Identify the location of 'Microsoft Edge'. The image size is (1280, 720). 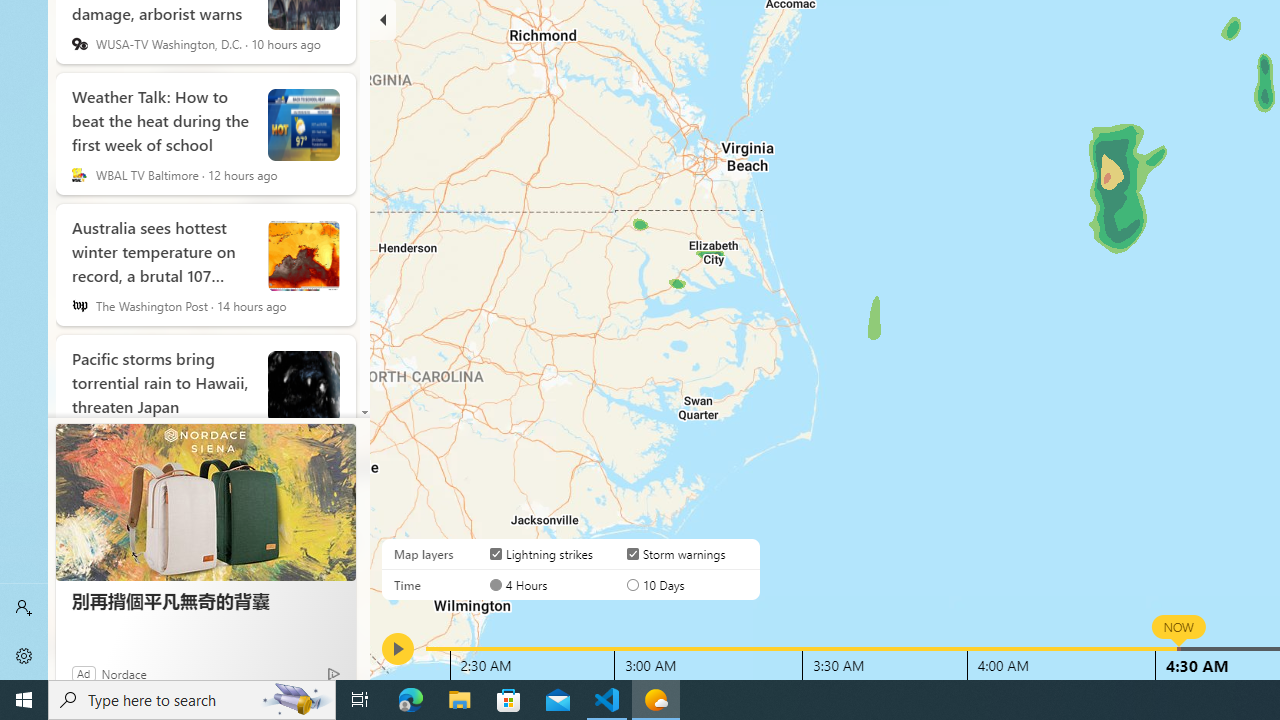
(410, 698).